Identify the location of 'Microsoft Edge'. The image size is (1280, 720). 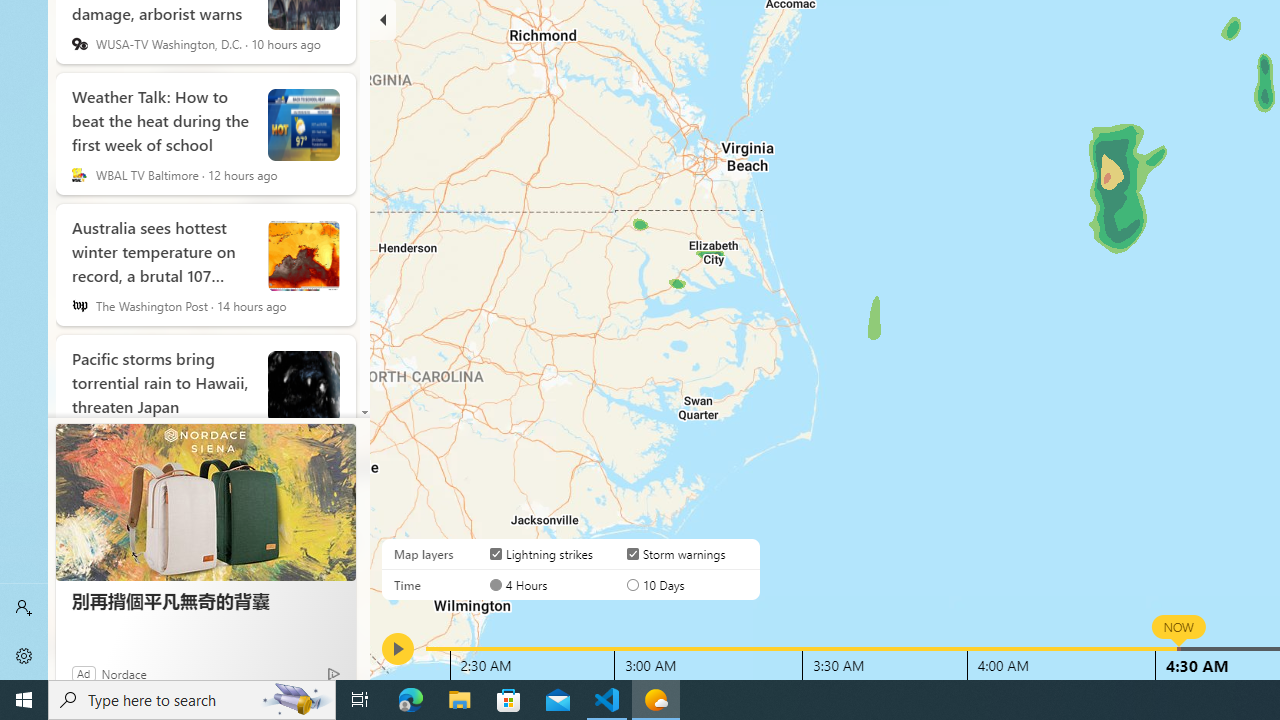
(410, 698).